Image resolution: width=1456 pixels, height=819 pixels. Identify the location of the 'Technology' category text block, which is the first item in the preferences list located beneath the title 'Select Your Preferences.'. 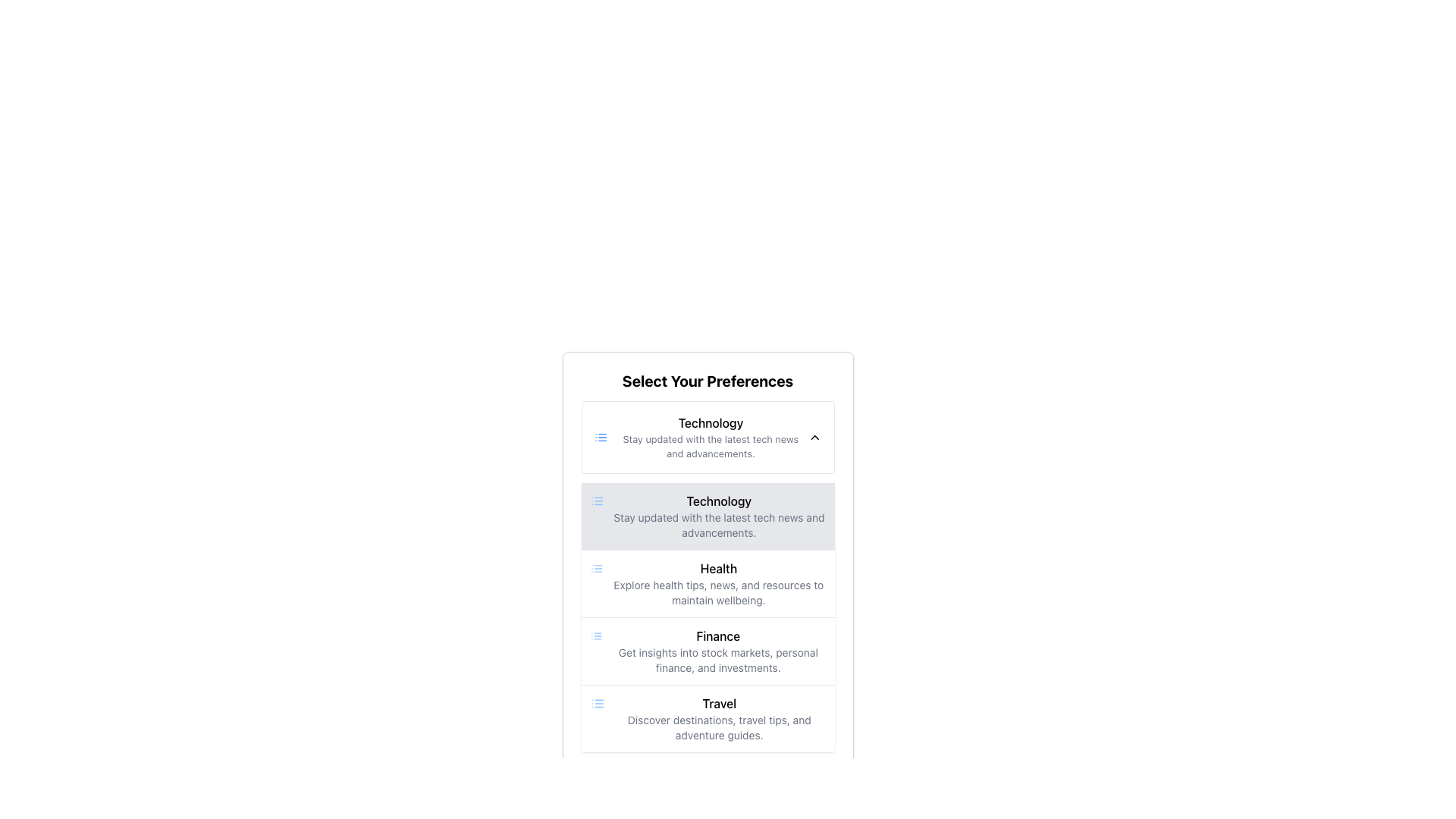
(710, 438).